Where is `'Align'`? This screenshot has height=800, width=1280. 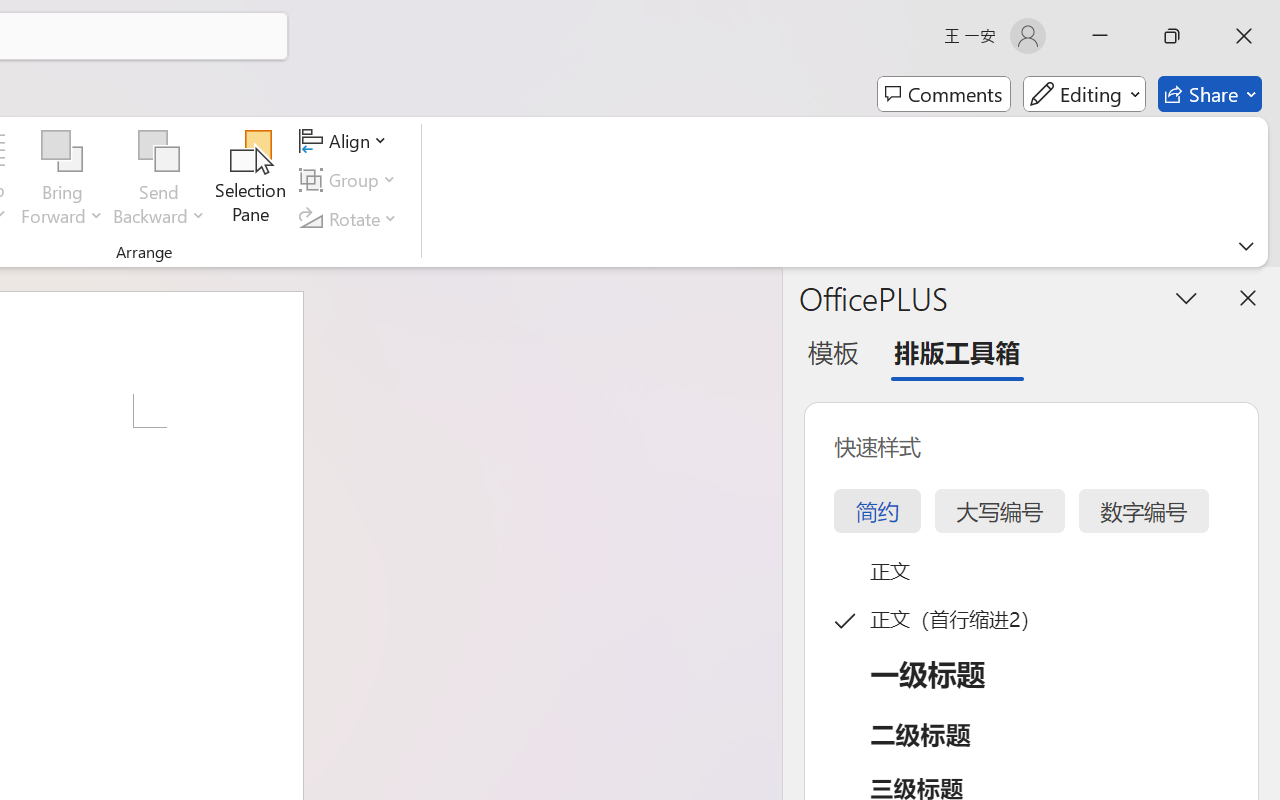
'Align' is located at coordinates (346, 141).